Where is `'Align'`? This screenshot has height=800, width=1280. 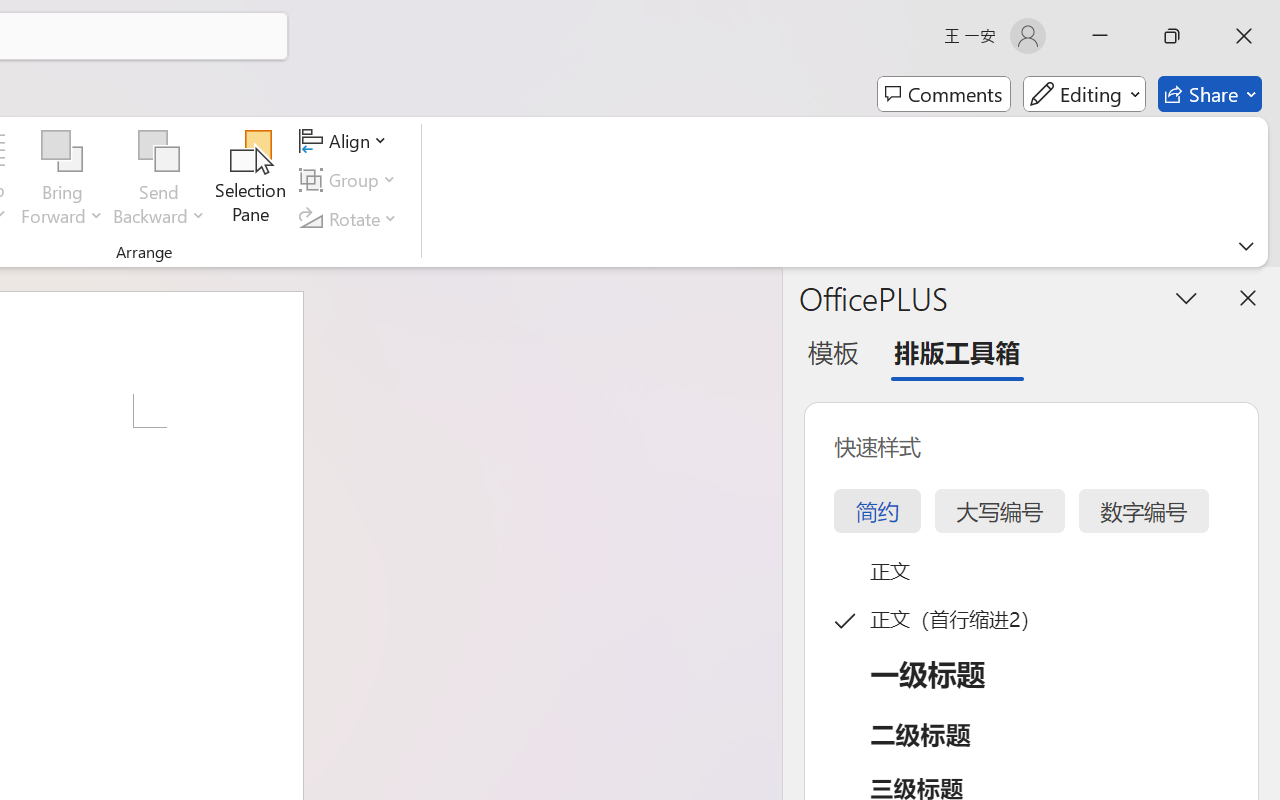
'Align' is located at coordinates (346, 141).